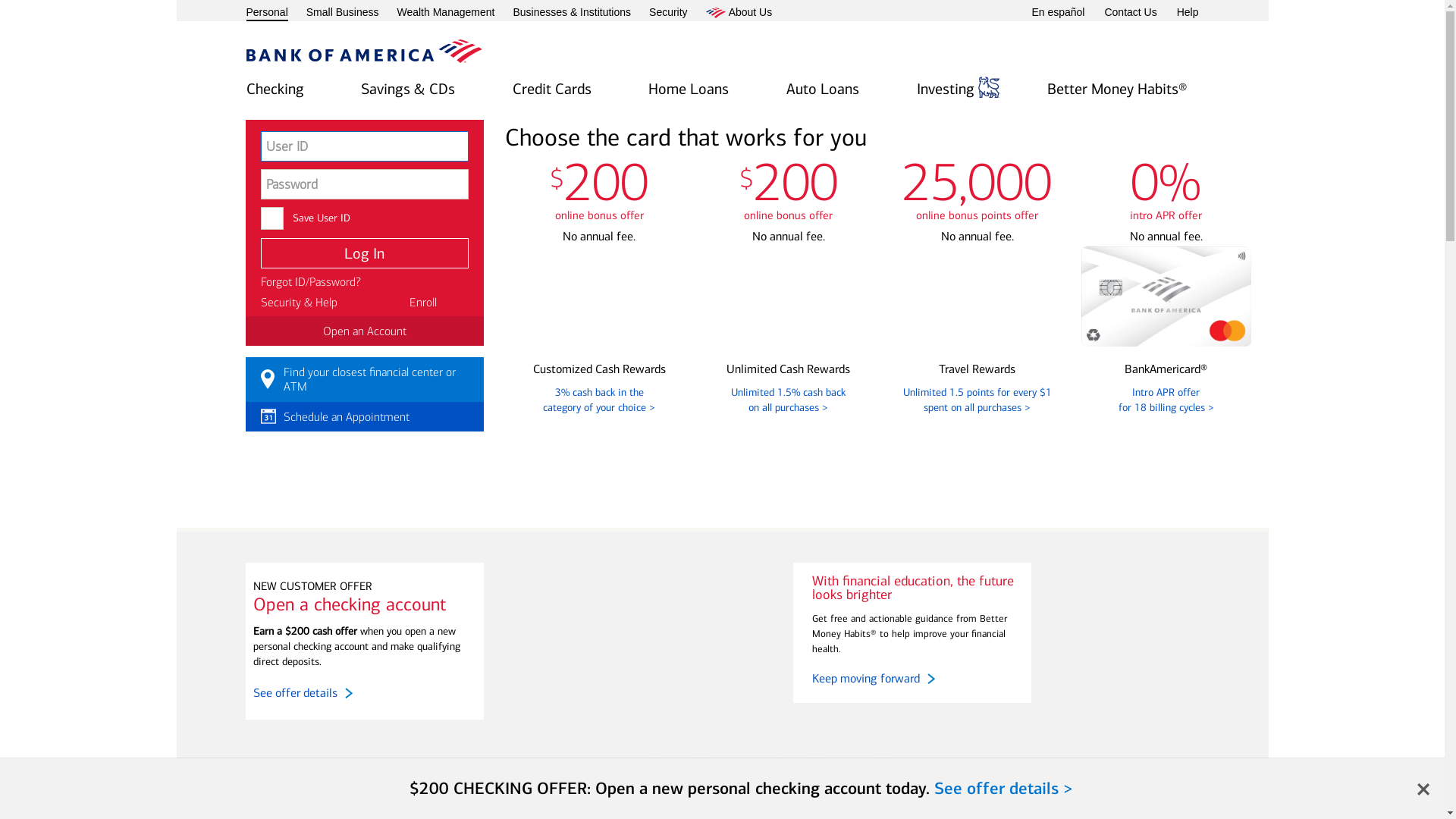 The height and width of the screenshot is (819, 1456). What do you see at coordinates (786, 90) in the screenshot?
I see `'Open` at bounding box center [786, 90].